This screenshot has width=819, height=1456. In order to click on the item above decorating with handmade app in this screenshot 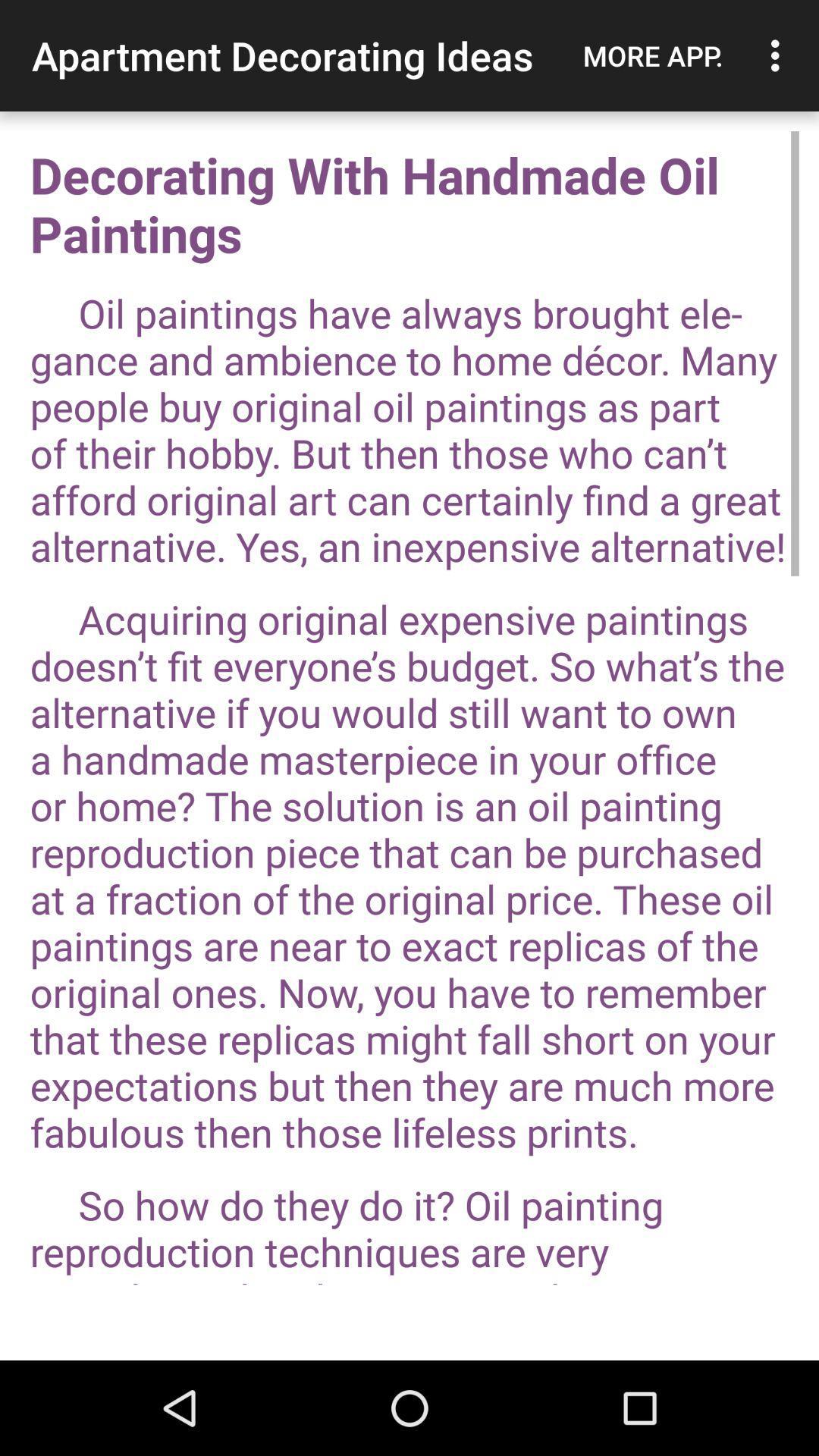, I will do `click(779, 55)`.